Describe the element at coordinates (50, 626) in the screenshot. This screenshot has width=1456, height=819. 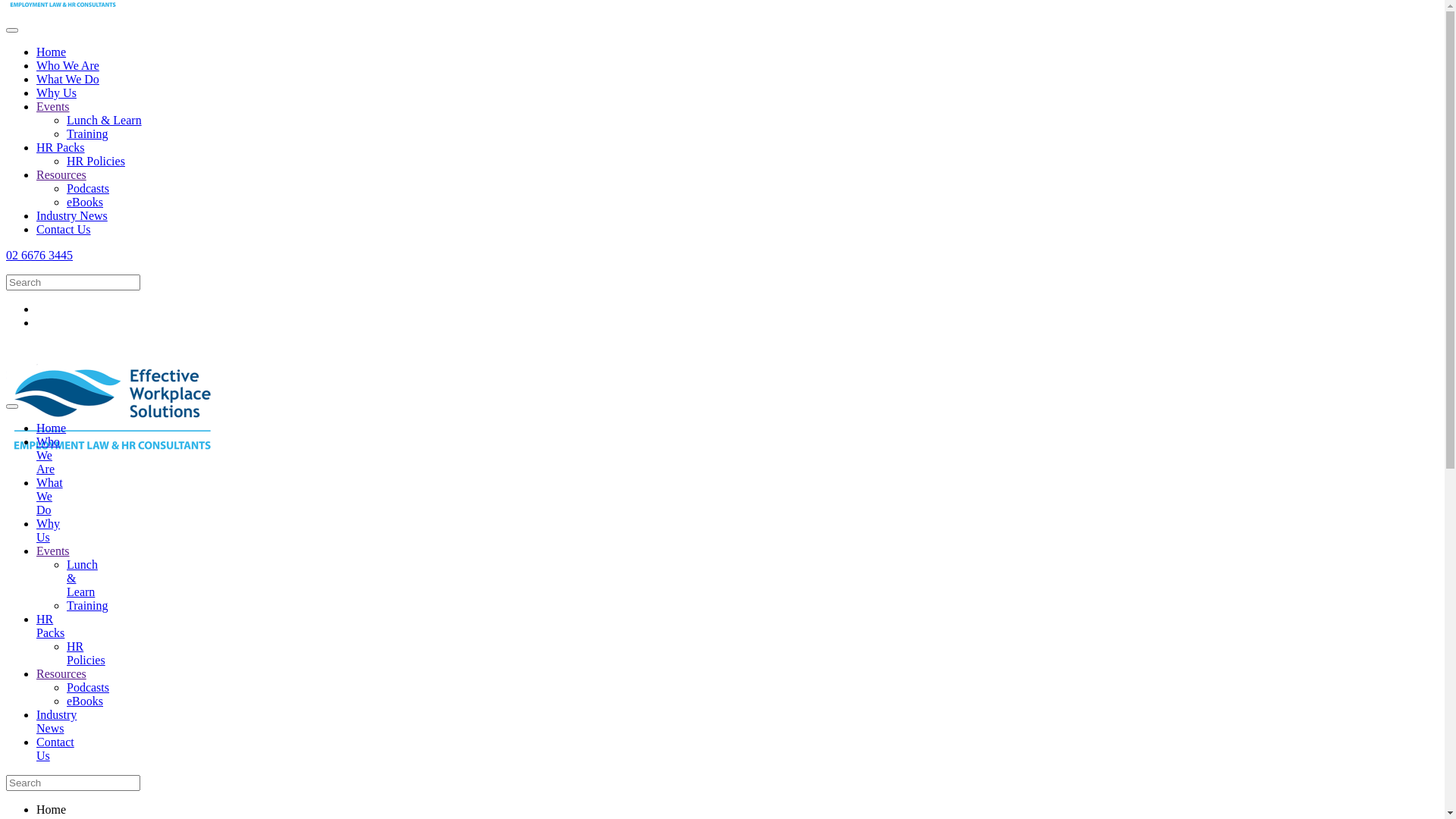
I see `'HR Packs'` at that location.